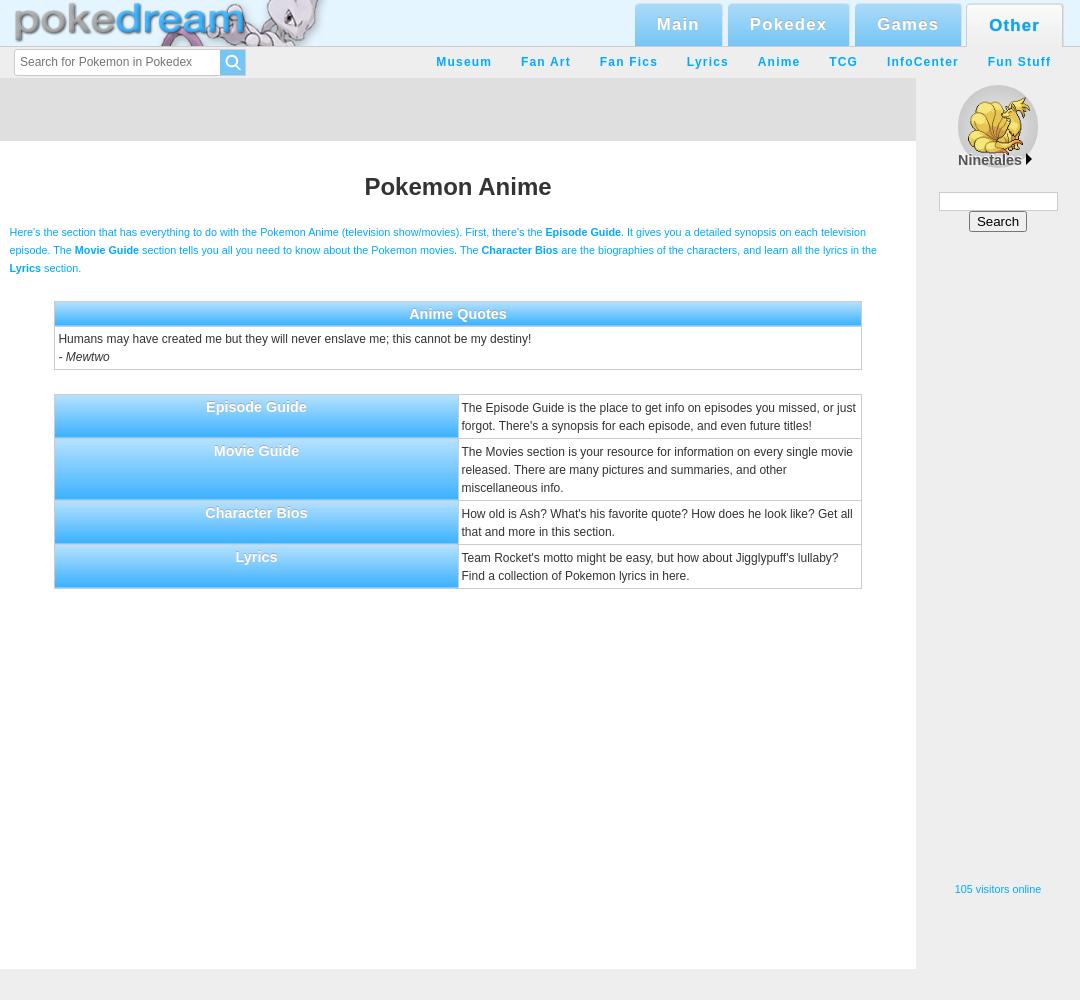 Image resolution: width=1080 pixels, height=1000 pixels. What do you see at coordinates (1014, 25) in the screenshot?
I see `'Other'` at bounding box center [1014, 25].